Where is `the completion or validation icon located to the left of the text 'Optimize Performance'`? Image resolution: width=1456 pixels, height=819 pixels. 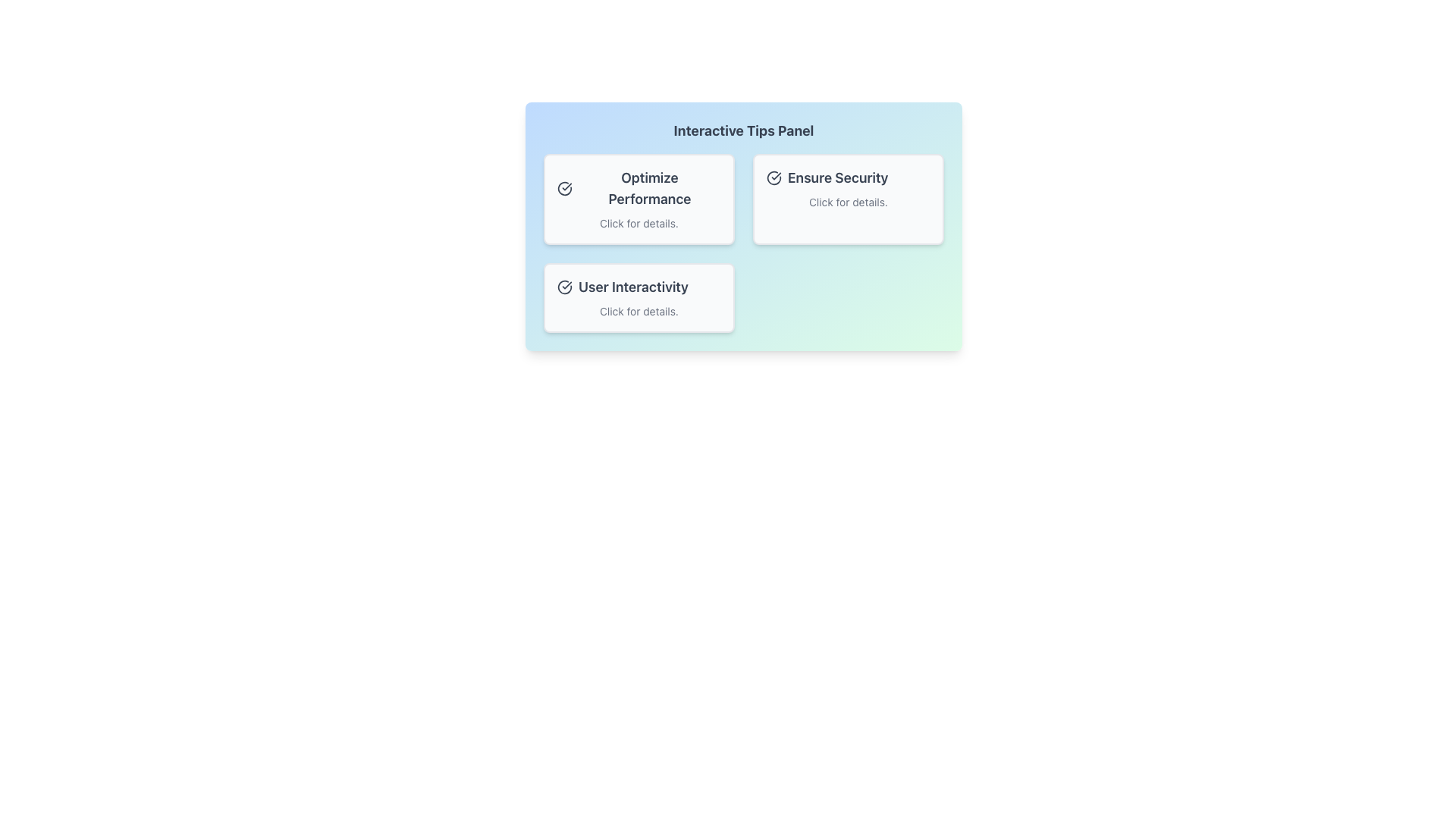 the completion or validation icon located to the left of the text 'Optimize Performance' is located at coordinates (563, 188).